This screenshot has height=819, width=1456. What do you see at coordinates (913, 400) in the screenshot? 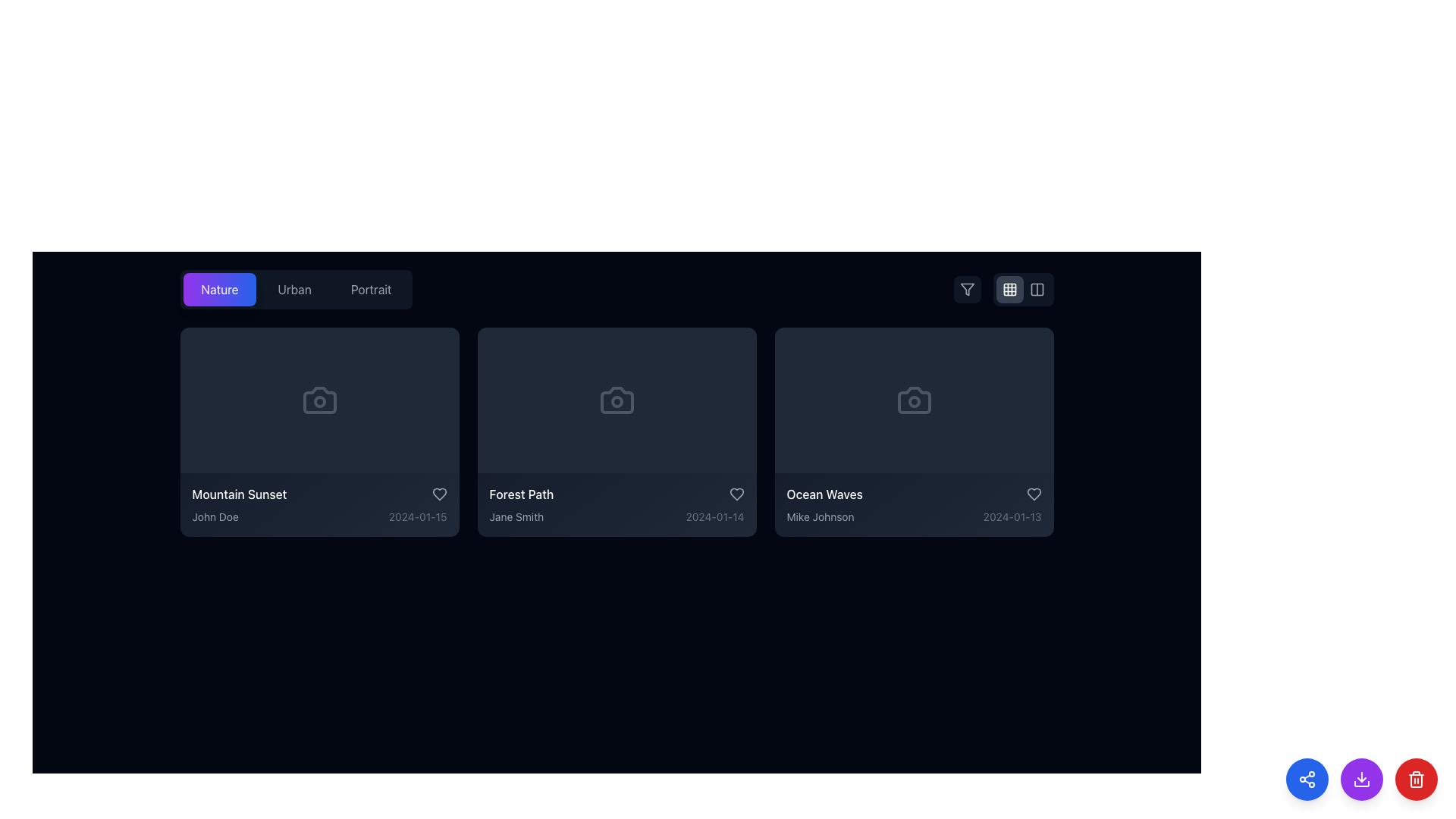
I see `the visual placeholder or media icon representing a content item in the grid layout under the title 'Ocean Waves'` at bounding box center [913, 400].